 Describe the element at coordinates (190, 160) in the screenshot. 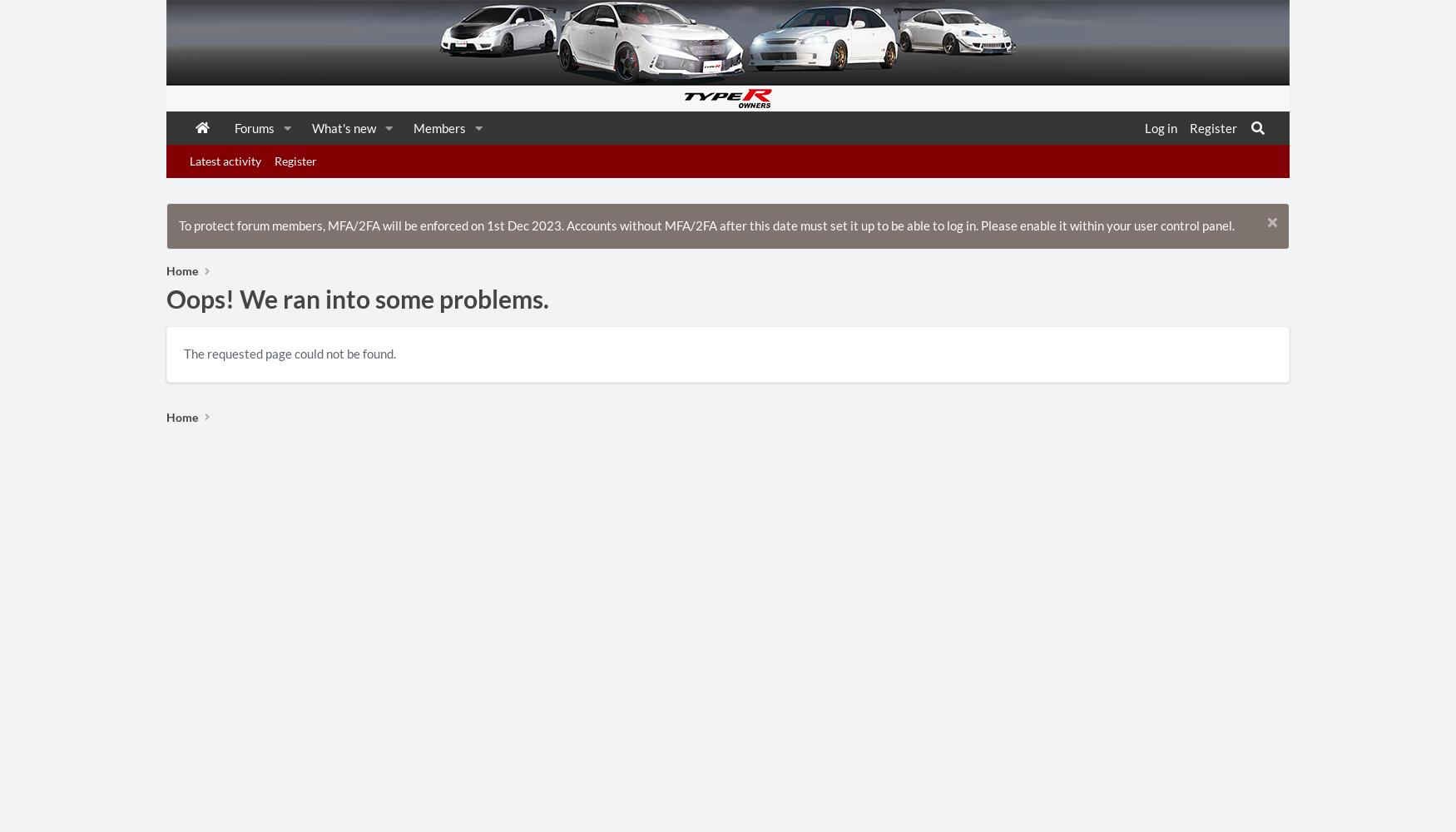

I see `'Latest activity'` at that location.